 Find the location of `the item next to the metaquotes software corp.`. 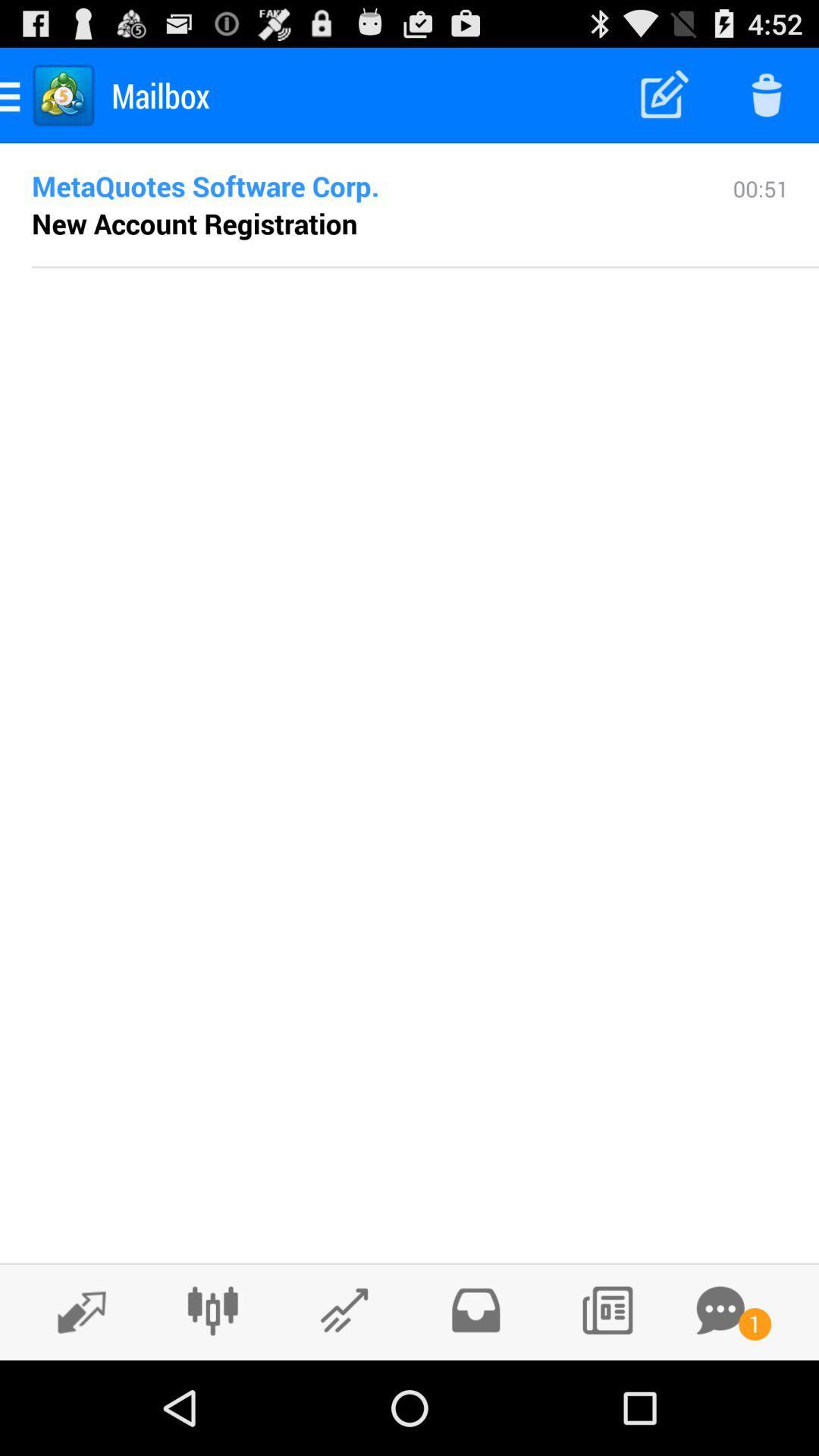

the item next to the metaquotes software corp. is located at coordinates (761, 218).